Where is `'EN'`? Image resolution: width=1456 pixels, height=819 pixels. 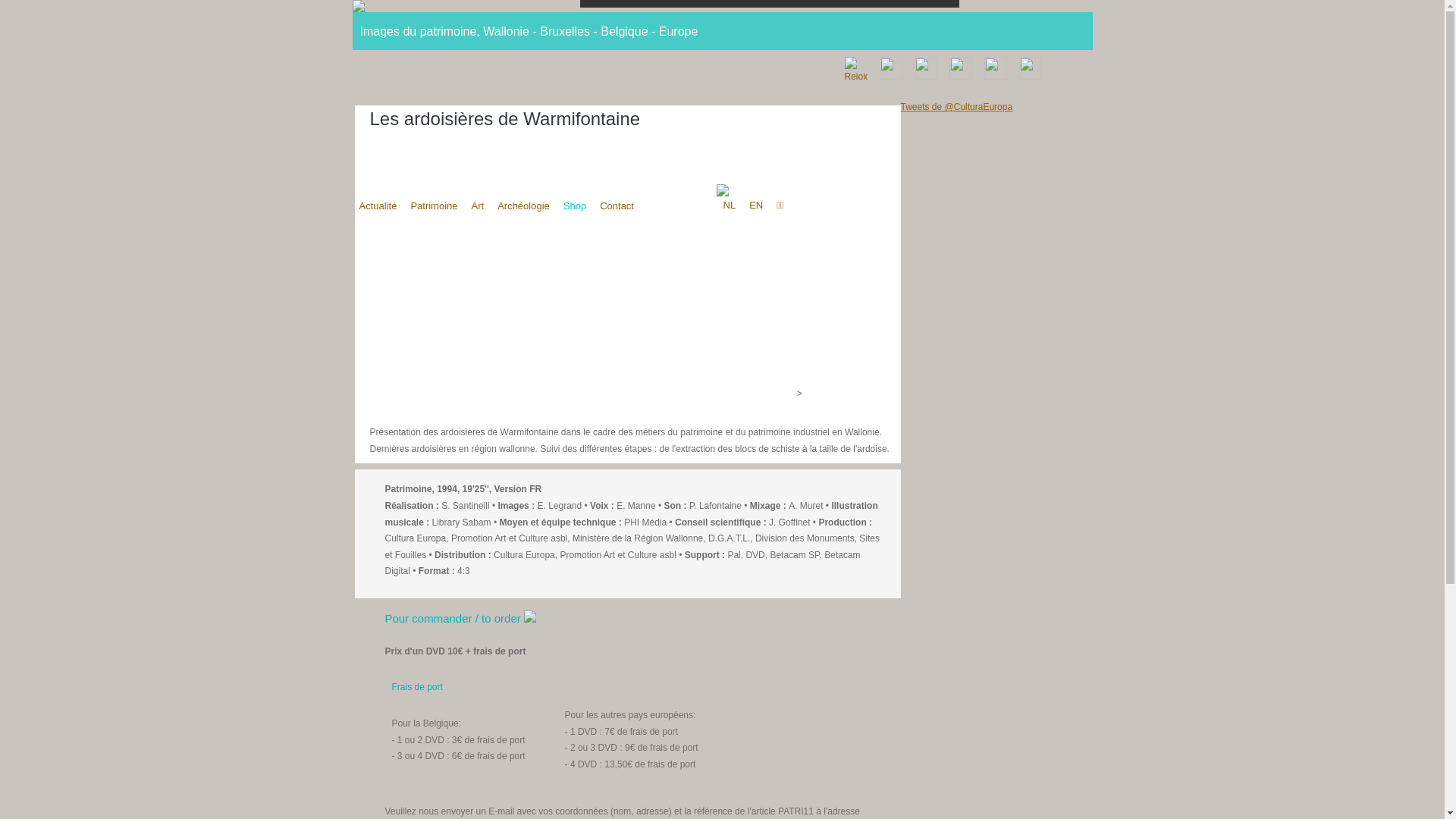 'EN' is located at coordinates (742, 205).